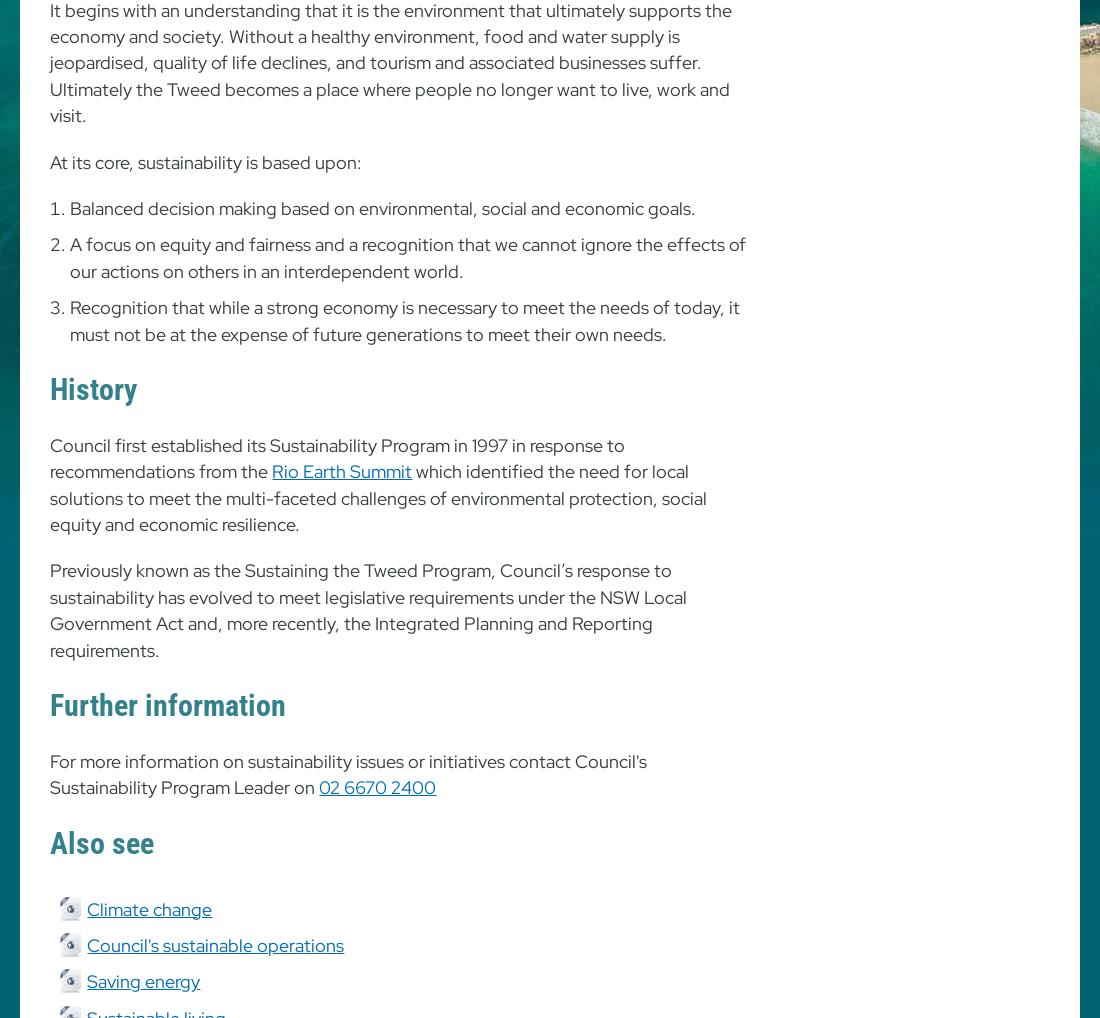  Describe the element at coordinates (49, 704) in the screenshot. I see `'Further information'` at that location.